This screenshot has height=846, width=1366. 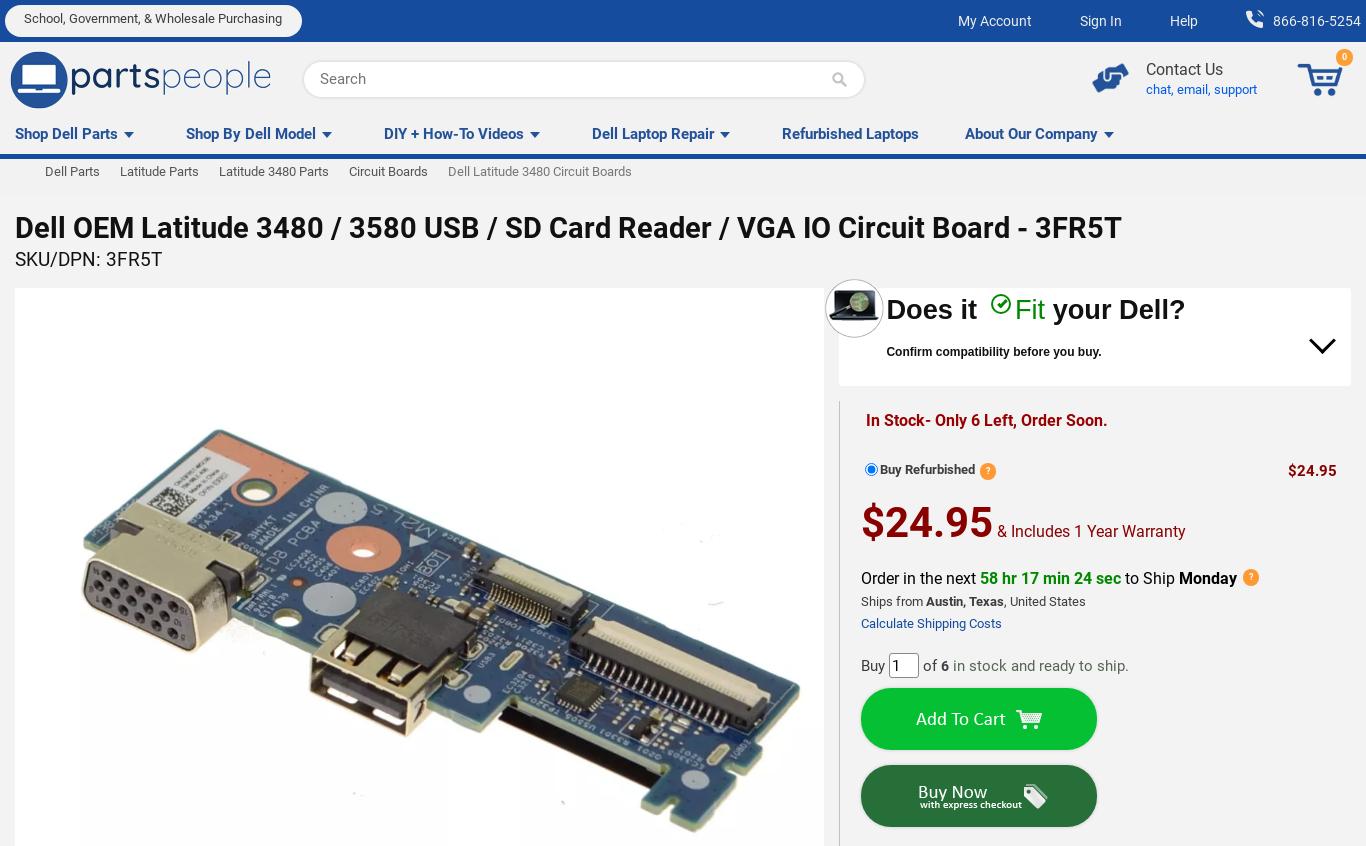 I want to click on 'Safe Shopping Guarantee', so click(x=97, y=238).